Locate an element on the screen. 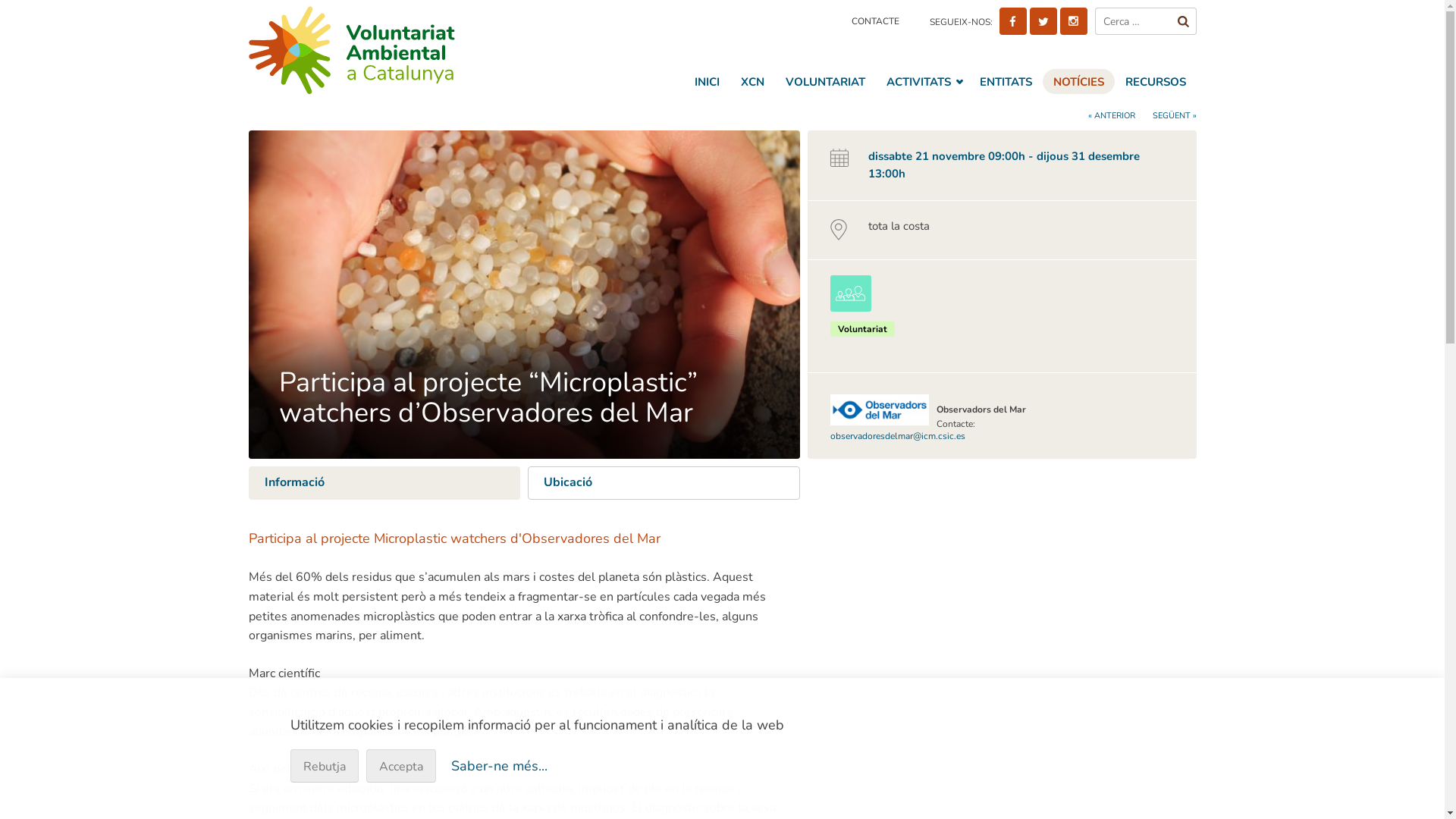 The width and height of the screenshot is (1456, 819). 'Voluntariat' is located at coordinates (862, 328).